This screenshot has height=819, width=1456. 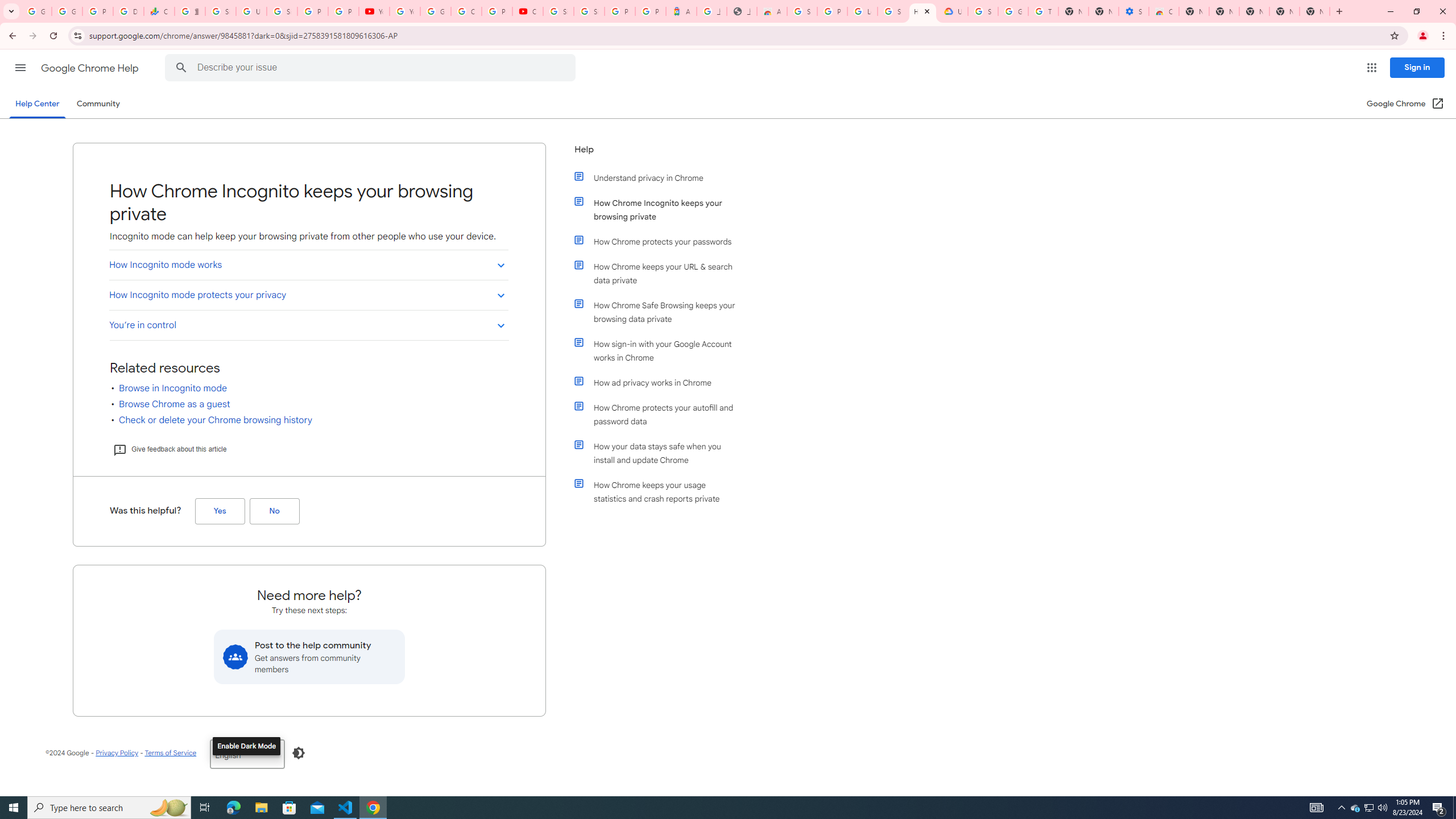 I want to click on 'Sign in - Google Accounts', so click(x=282, y=11).